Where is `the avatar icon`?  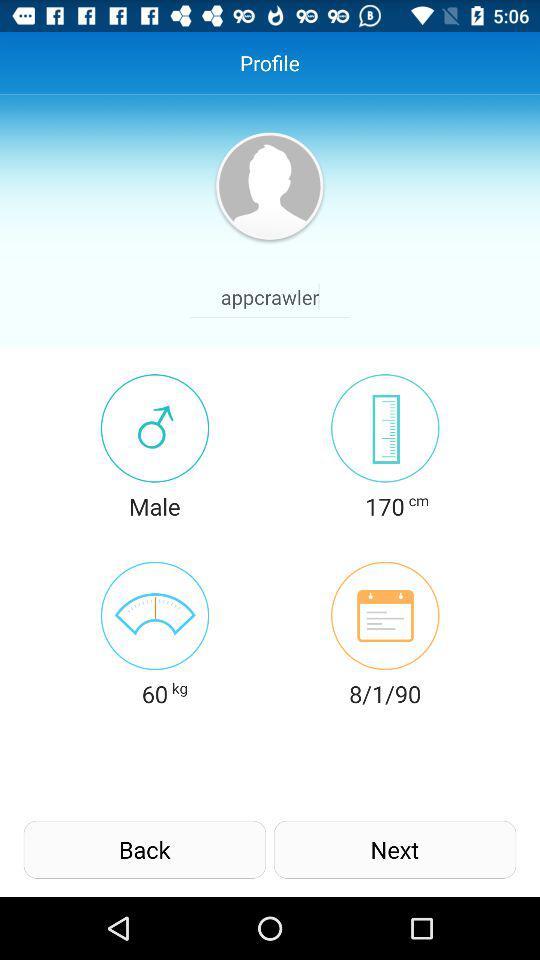 the avatar icon is located at coordinates (269, 199).